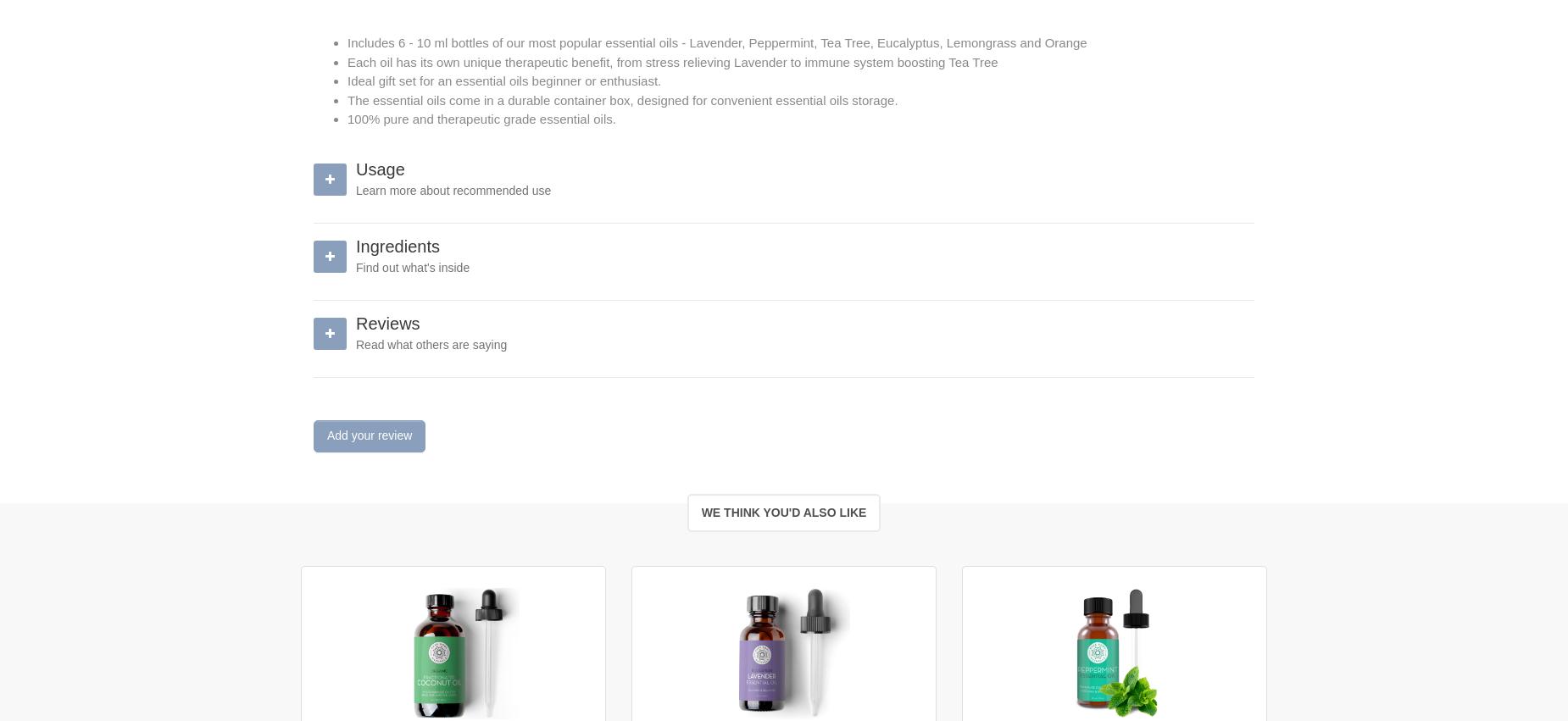 The image size is (1568, 721). Describe the element at coordinates (397, 246) in the screenshot. I see `'Ingredients'` at that location.